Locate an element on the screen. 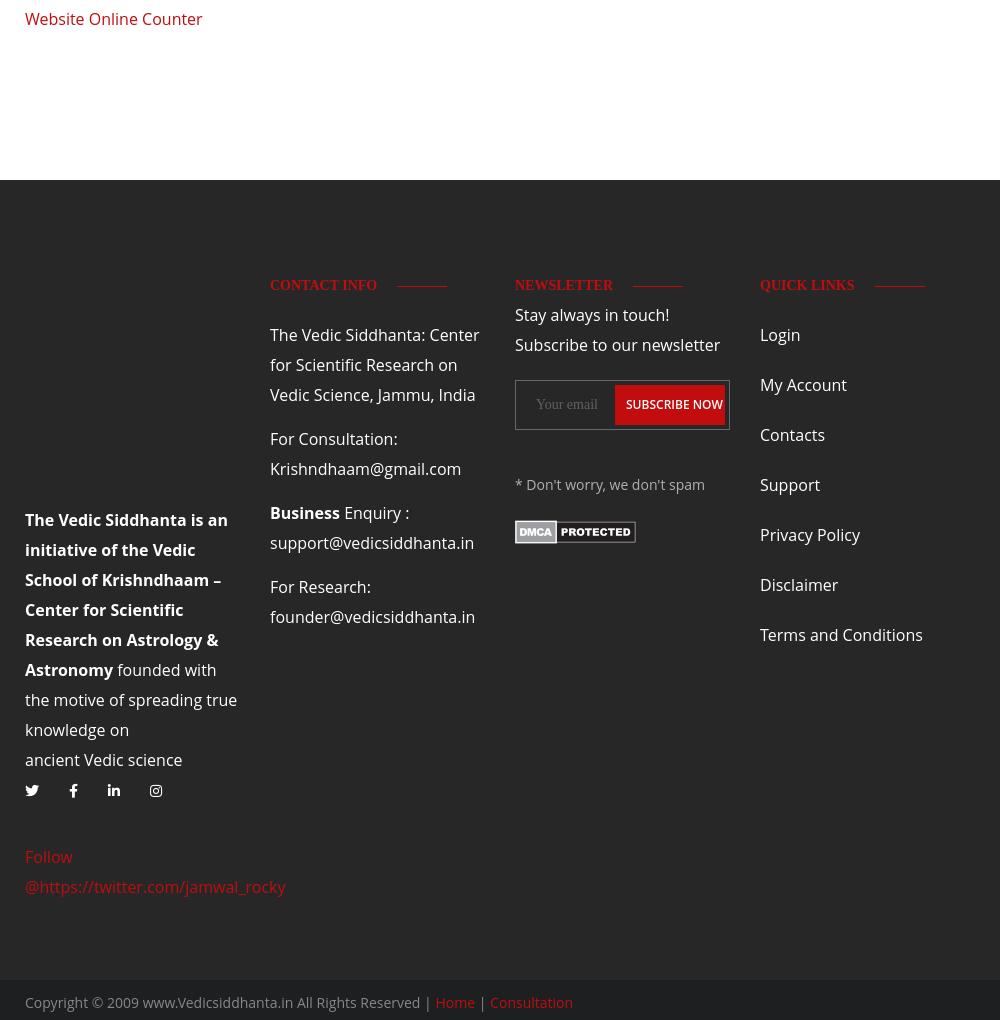  'science' is located at coordinates (154, 758).